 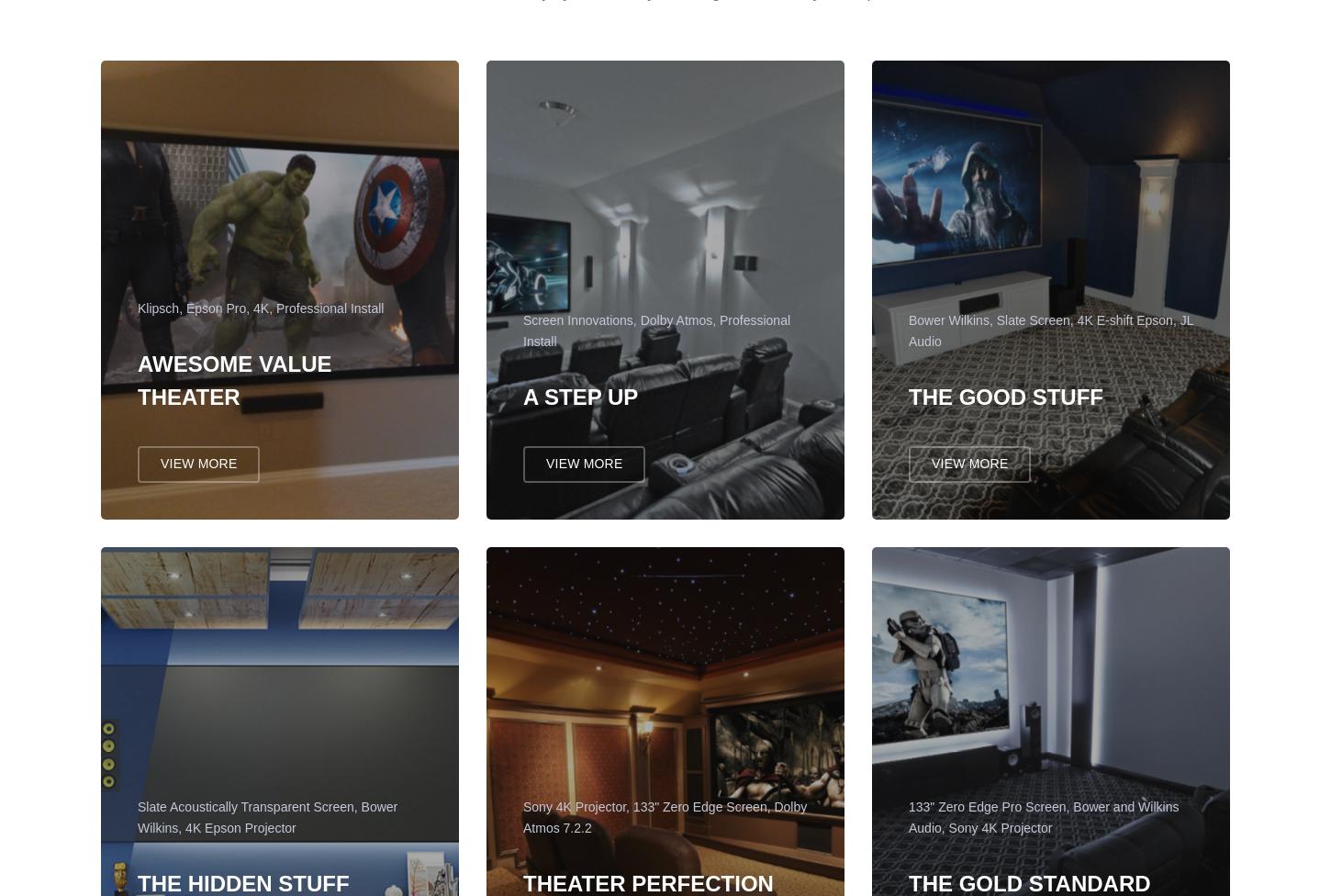 I want to click on 'Sony 4K Projector, 133" Zero Edge Screen, Dolby Atmos 7.2.2', so click(x=664, y=825).